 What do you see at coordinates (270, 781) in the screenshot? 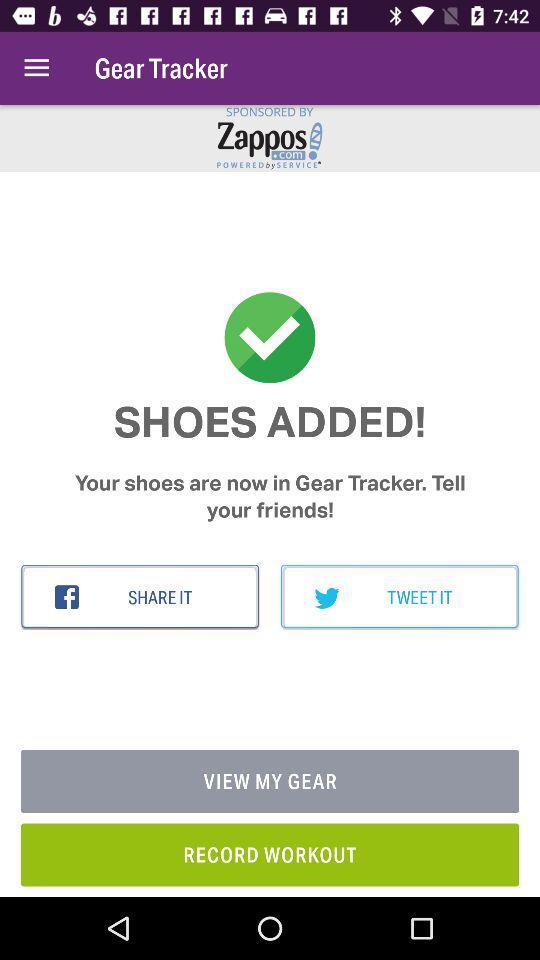
I see `the view my gear` at bounding box center [270, 781].